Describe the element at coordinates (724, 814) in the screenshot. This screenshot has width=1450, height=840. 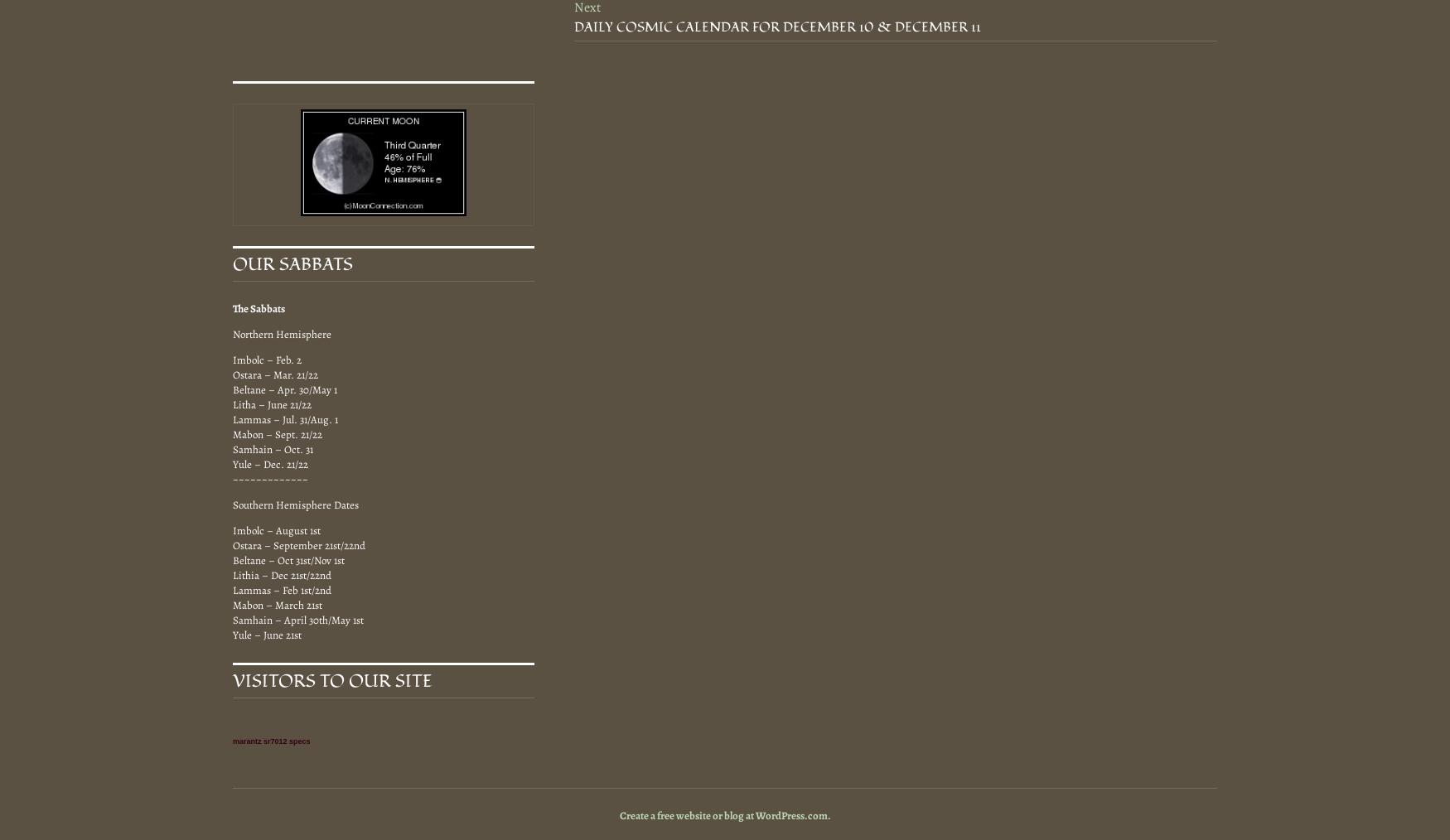
I see `'Create a free website or blog at WordPress.com.'` at that location.